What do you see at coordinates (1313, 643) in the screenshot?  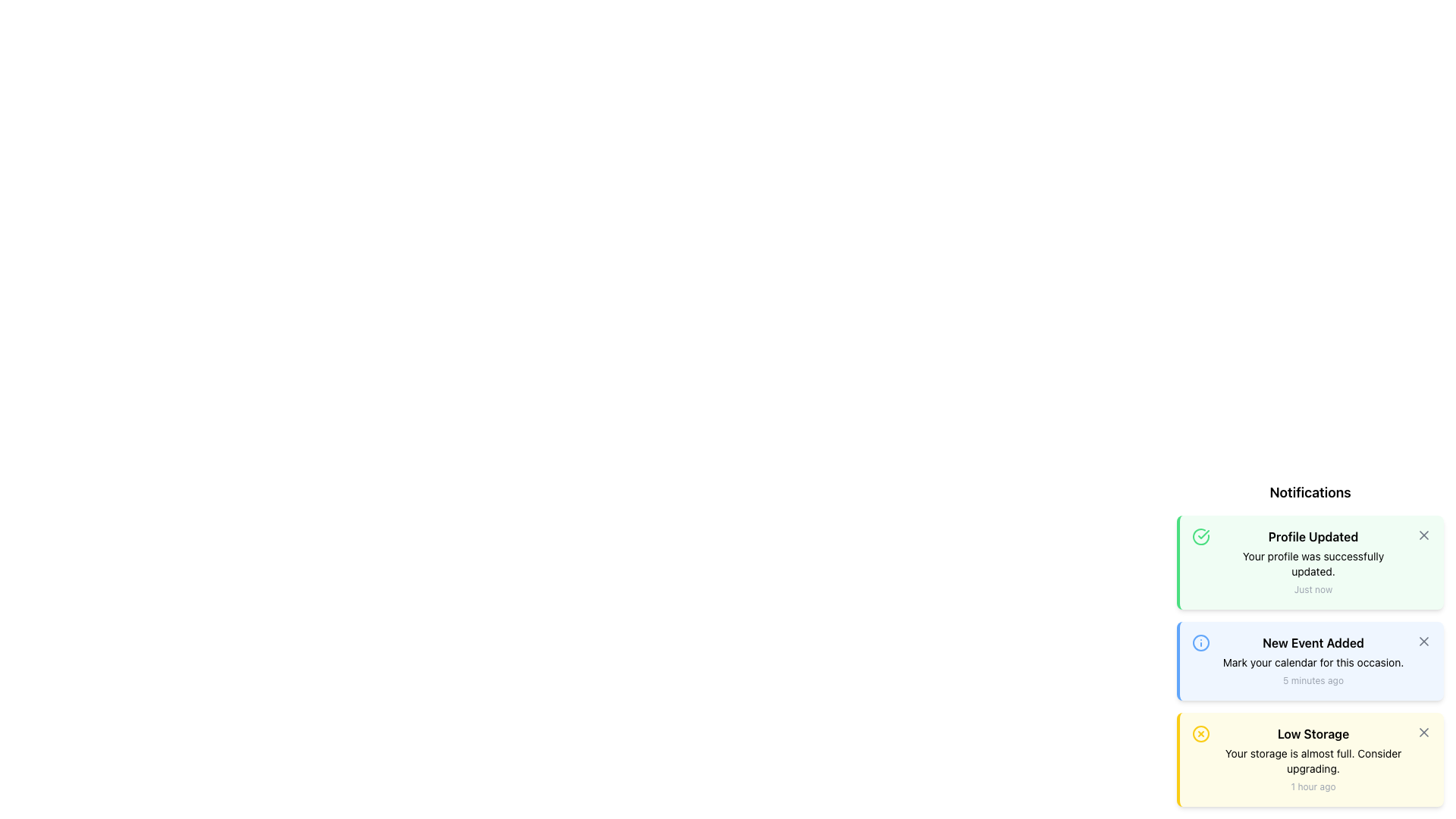 I see `the 'New Event Added' text label in the Notifications section, which is styled with bold, medium font size and is the topmost text component in the notification bubble` at bounding box center [1313, 643].